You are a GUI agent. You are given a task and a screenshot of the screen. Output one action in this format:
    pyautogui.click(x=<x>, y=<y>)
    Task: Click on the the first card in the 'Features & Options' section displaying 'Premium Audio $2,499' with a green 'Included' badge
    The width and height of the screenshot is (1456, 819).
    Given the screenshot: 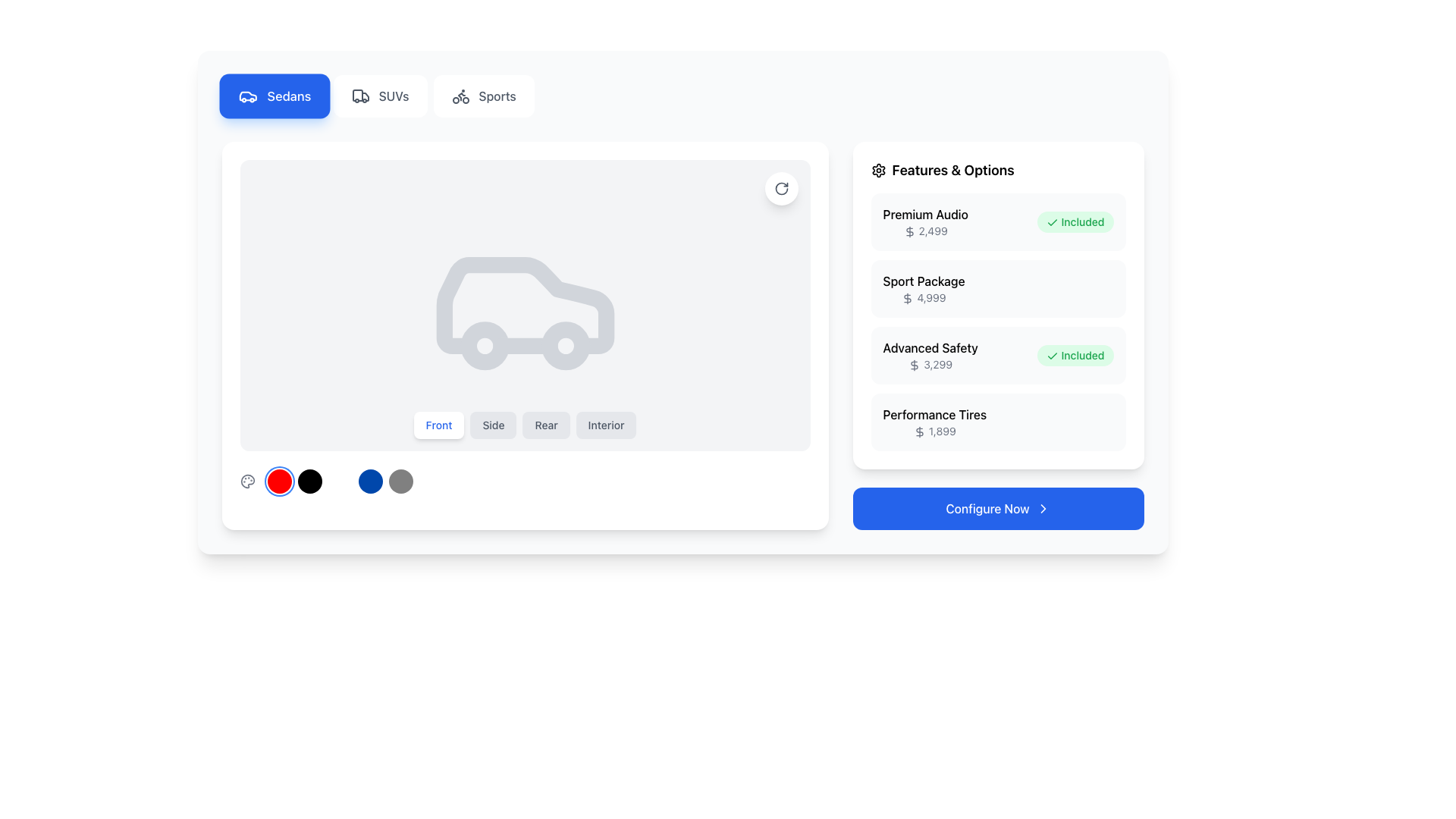 What is the action you would take?
    pyautogui.click(x=998, y=222)
    